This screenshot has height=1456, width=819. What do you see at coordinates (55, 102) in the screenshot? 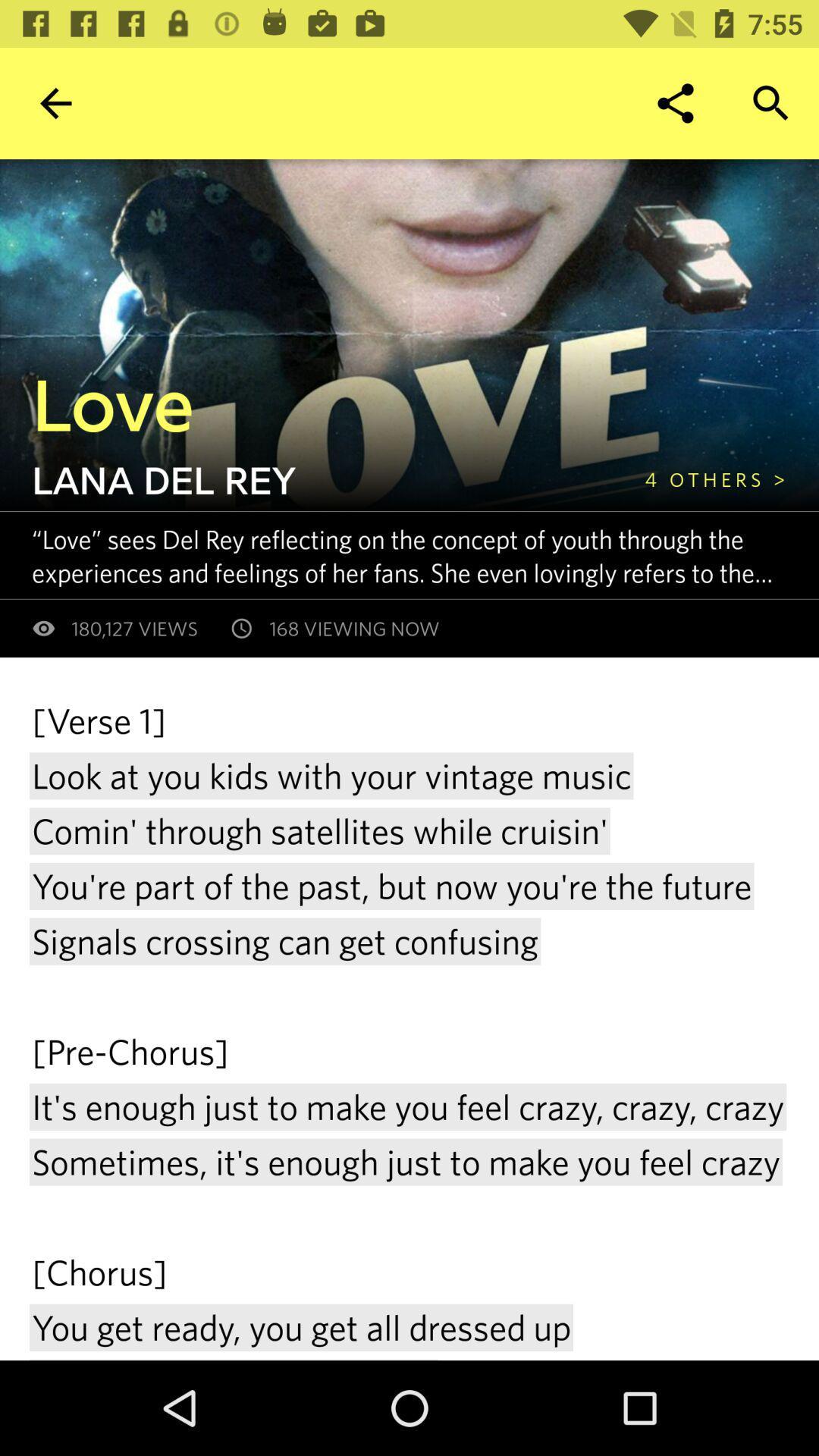
I see `the icon at the top left corner` at bounding box center [55, 102].